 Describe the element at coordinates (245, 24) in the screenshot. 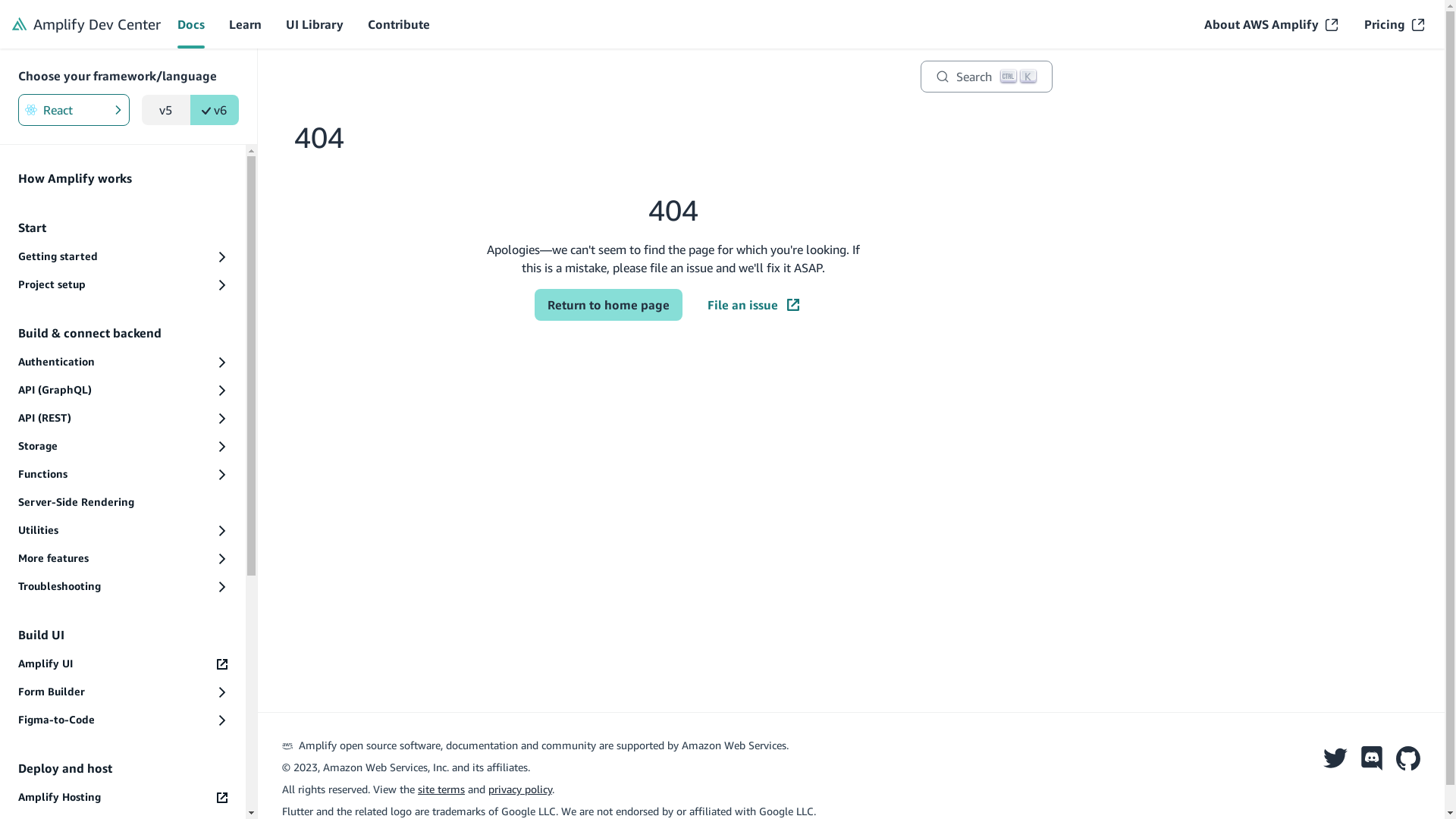

I see `'Learn'` at that location.